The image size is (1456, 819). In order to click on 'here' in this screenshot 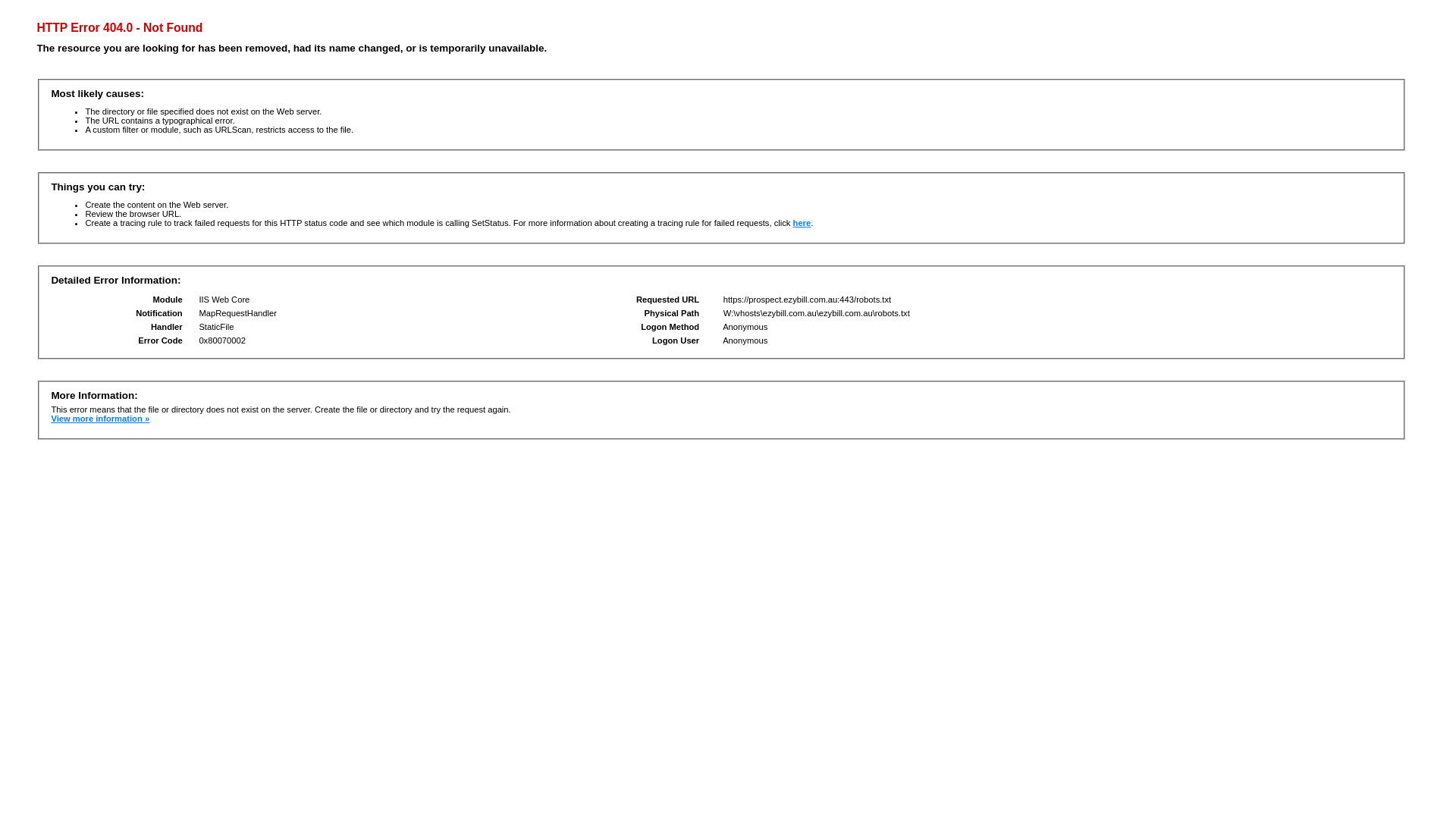, I will do `click(792, 222)`.